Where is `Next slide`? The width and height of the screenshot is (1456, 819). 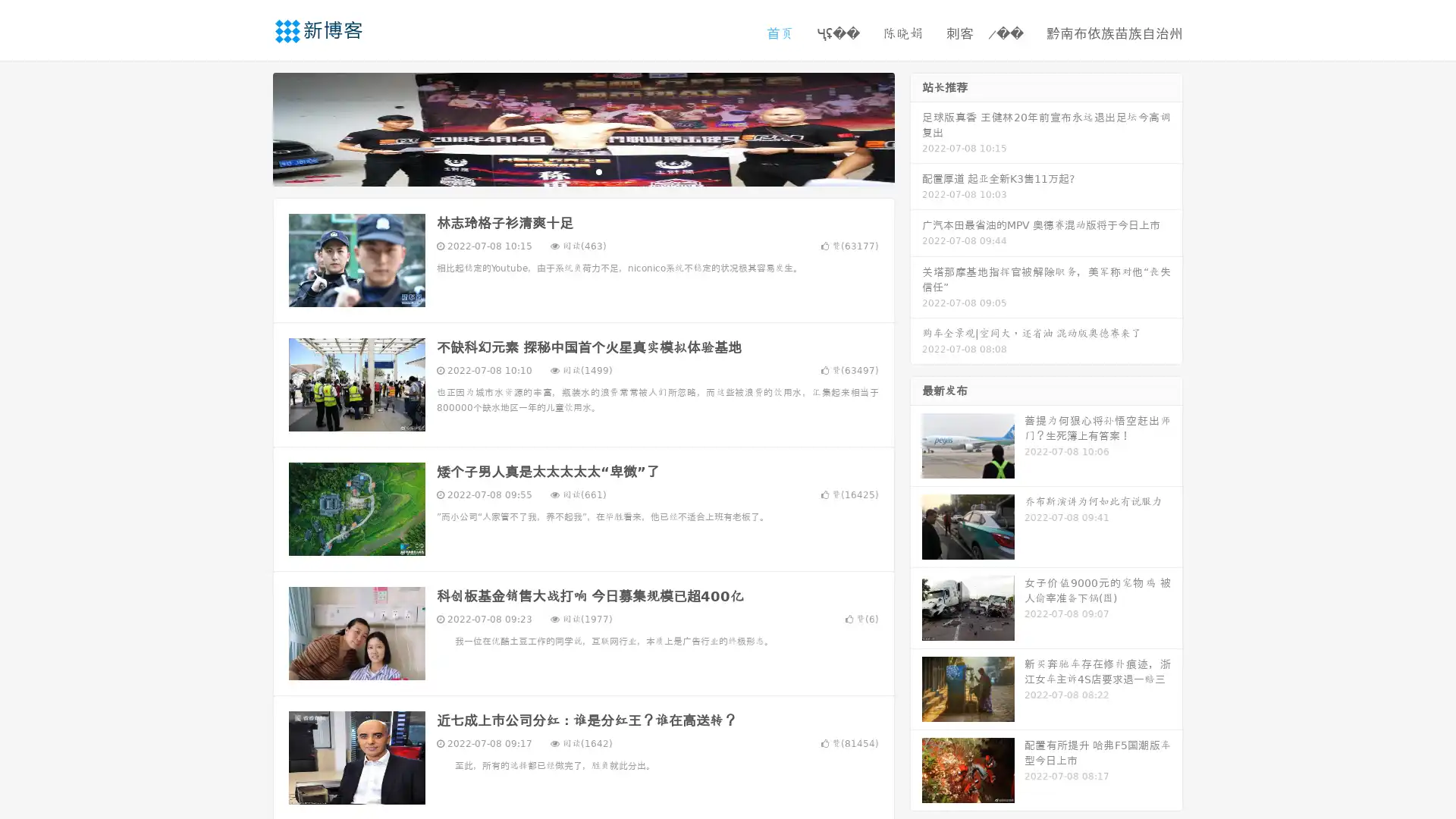 Next slide is located at coordinates (916, 127).